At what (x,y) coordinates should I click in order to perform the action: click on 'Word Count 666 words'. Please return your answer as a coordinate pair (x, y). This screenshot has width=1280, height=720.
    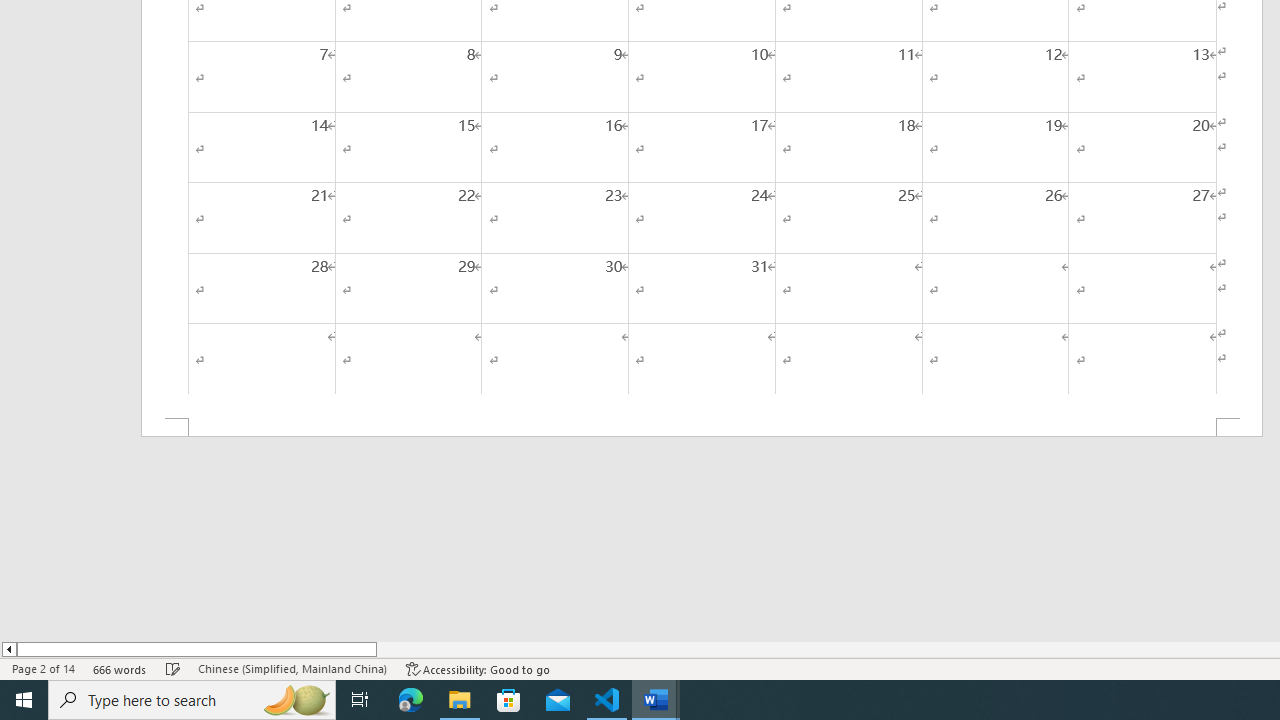
    Looking at the image, I should click on (119, 669).